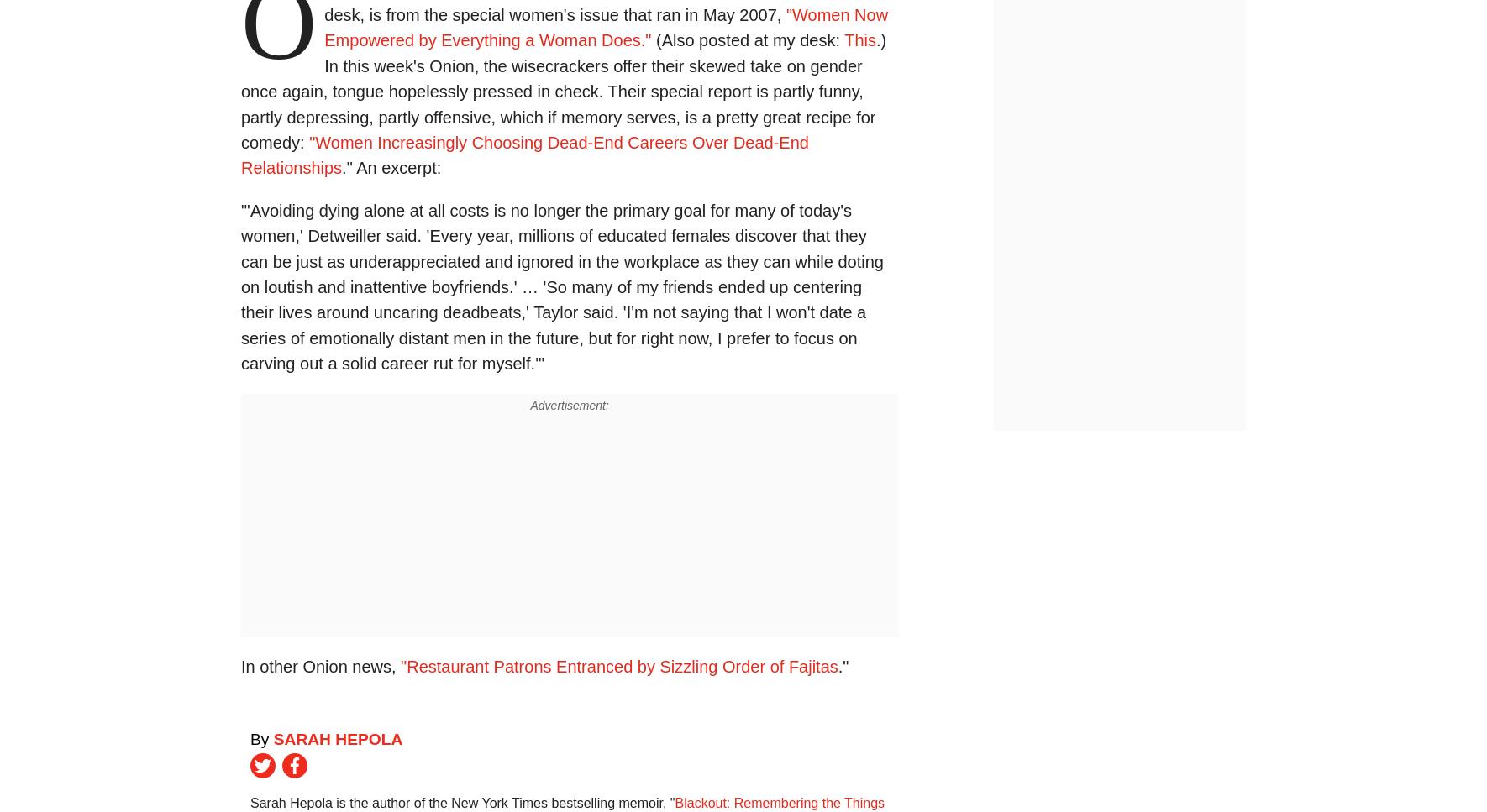 The width and height of the screenshot is (1487, 812). I want to click on 'Sarah Hepola is the author of the New York Times bestselling memoir, "', so click(462, 802).